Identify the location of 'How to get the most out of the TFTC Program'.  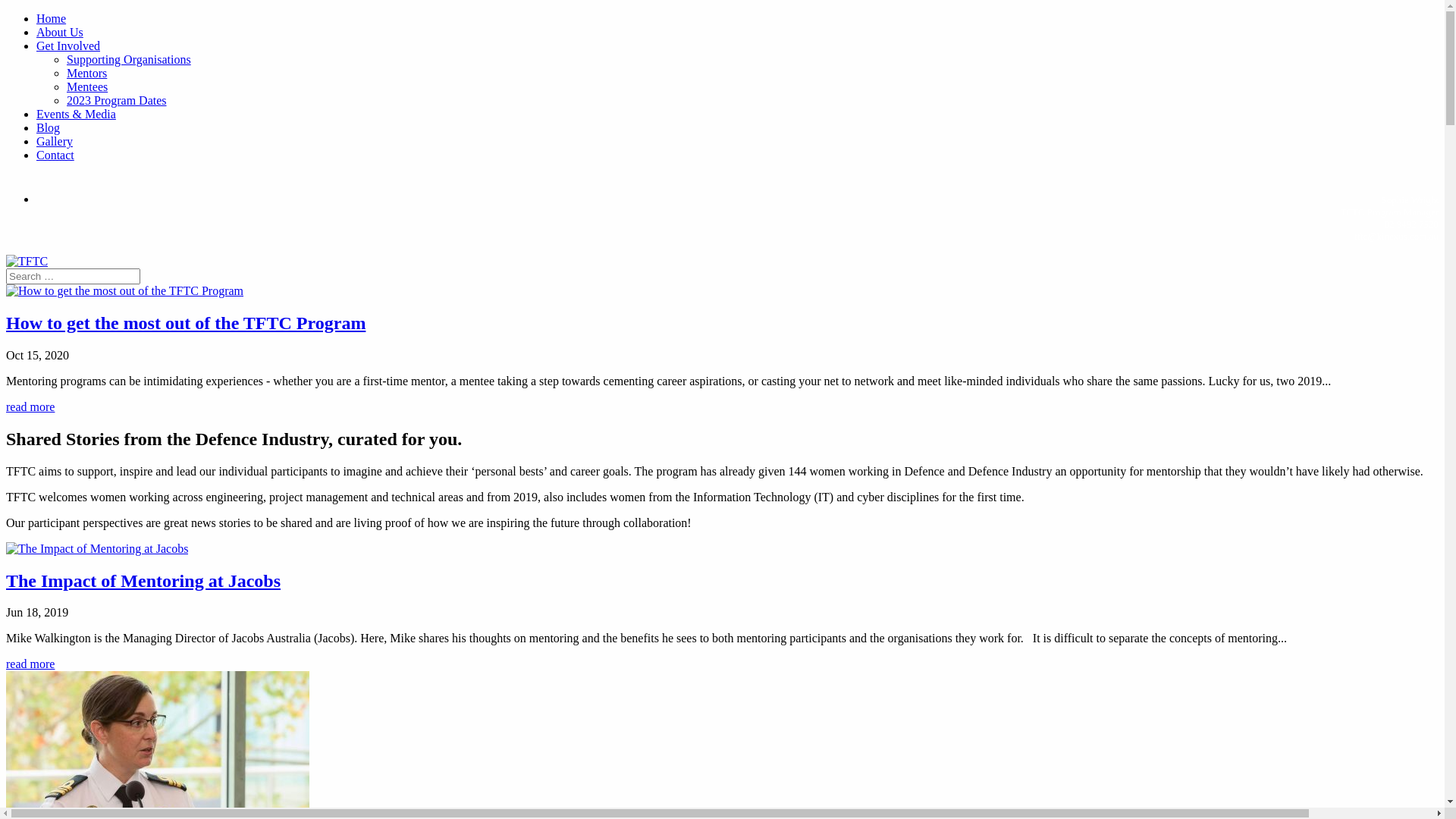
(184, 322).